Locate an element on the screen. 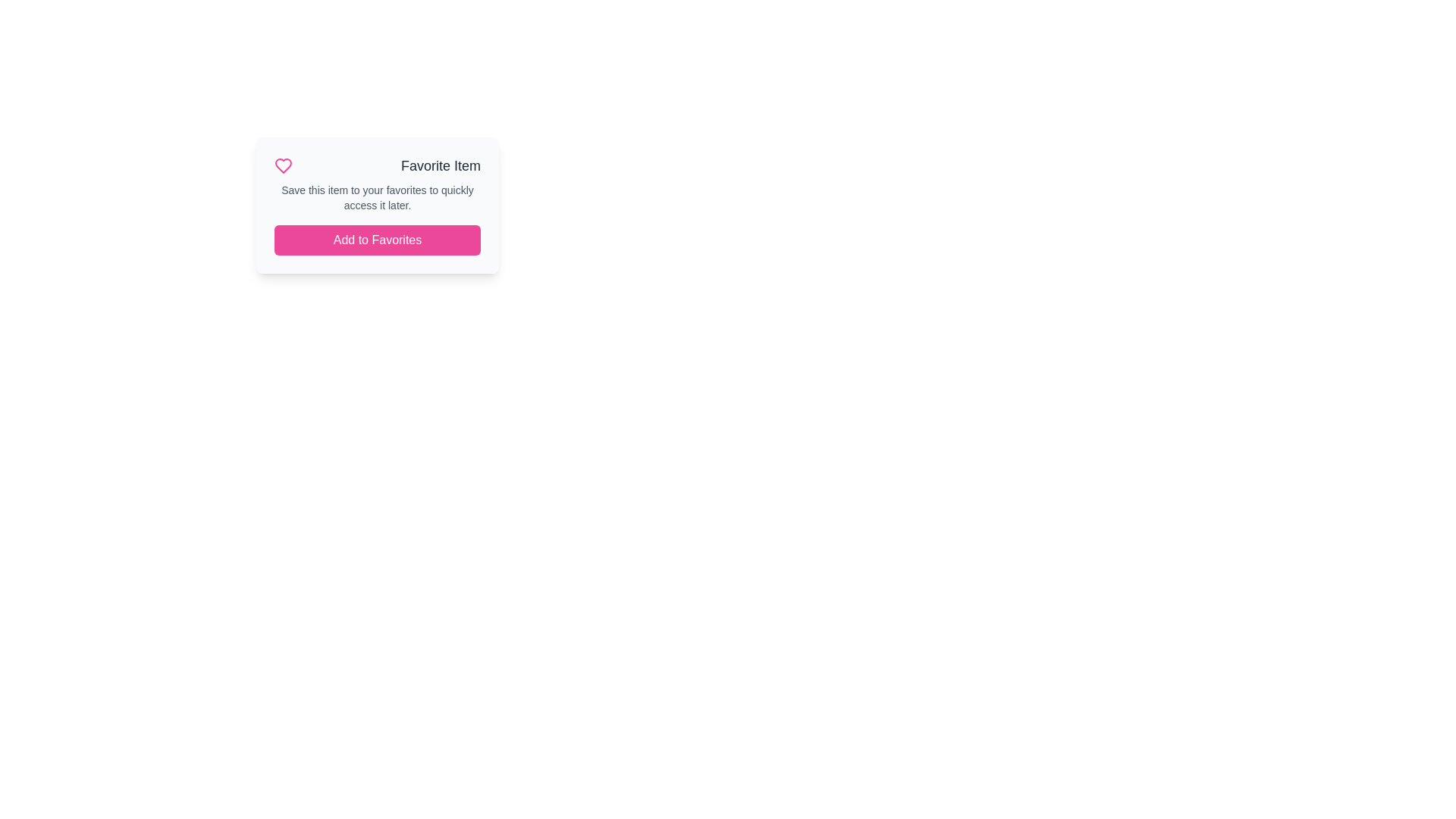  the 'Favorite Item' text label, which is styled with a gray font and positioned to the right of a heart icon within a card-like UI component is located at coordinates (440, 166).